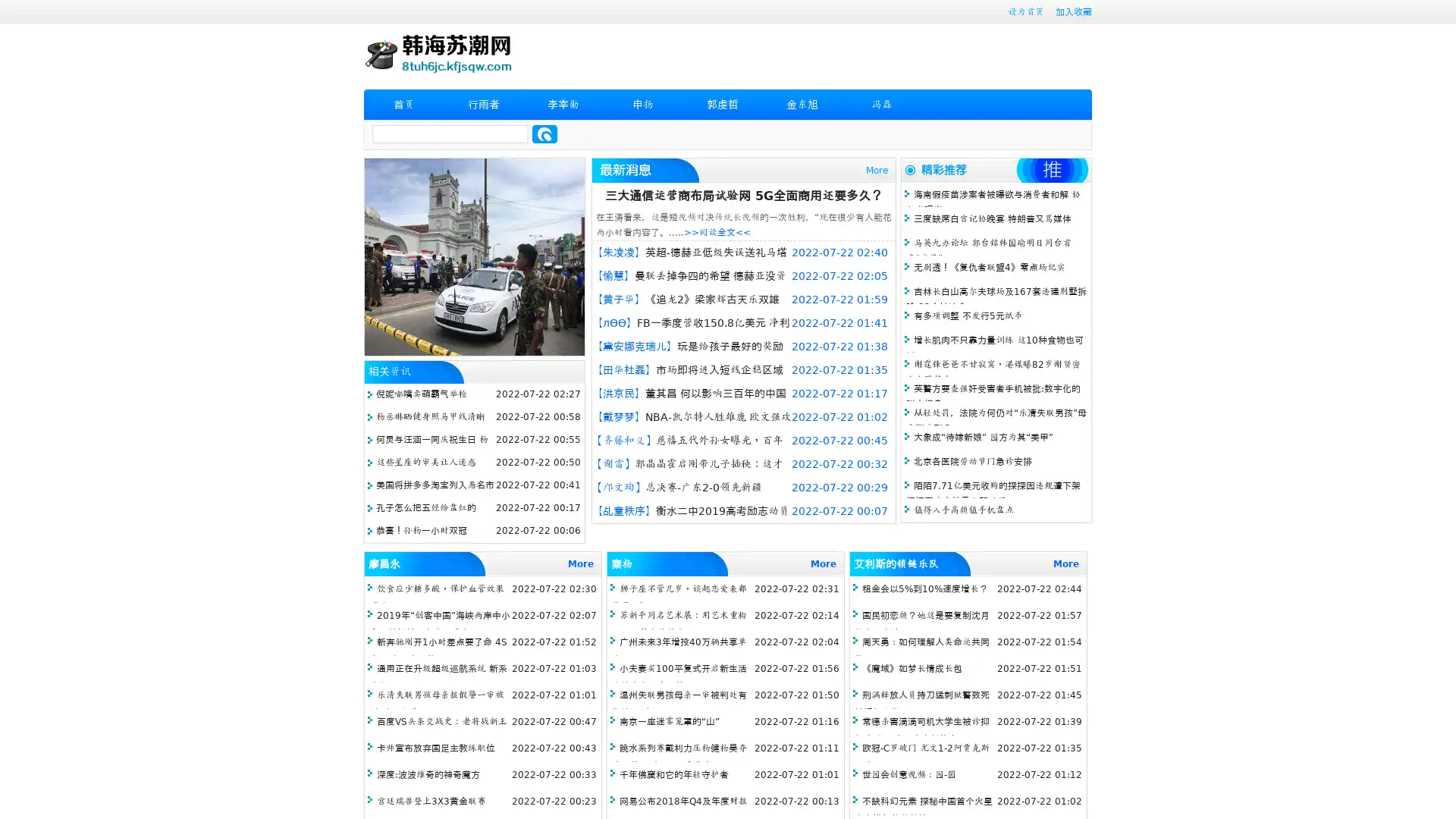 The image size is (1456, 819). I want to click on Search, so click(544, 133).